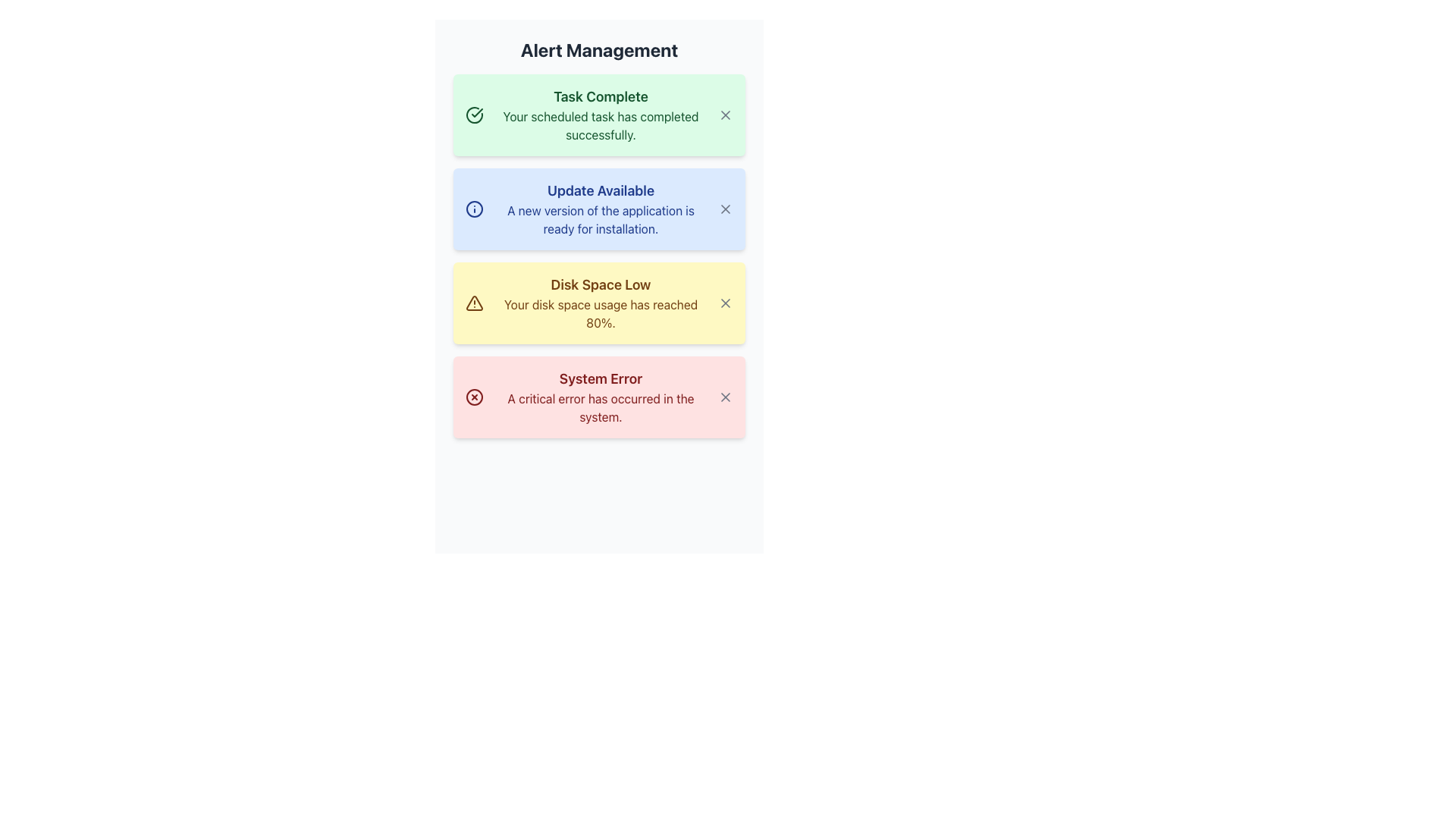  What do you see at coordinates (598, 303) in the screenshot?
I see `the Notification Card that alerts users about low disk space usage, positioned as the third item in the vertical stack of notifications under 'Alert Management'` at bounding box center [598, 303].